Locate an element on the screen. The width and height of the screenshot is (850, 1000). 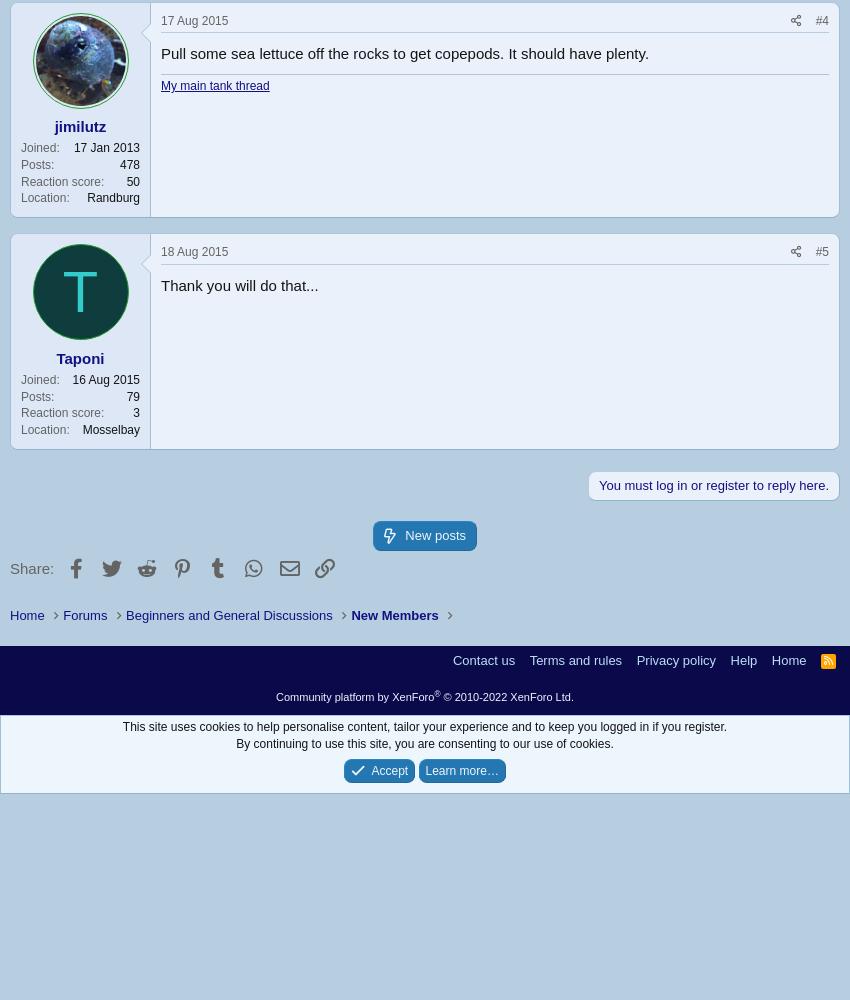
'478' is located at coordinates (129, 164).